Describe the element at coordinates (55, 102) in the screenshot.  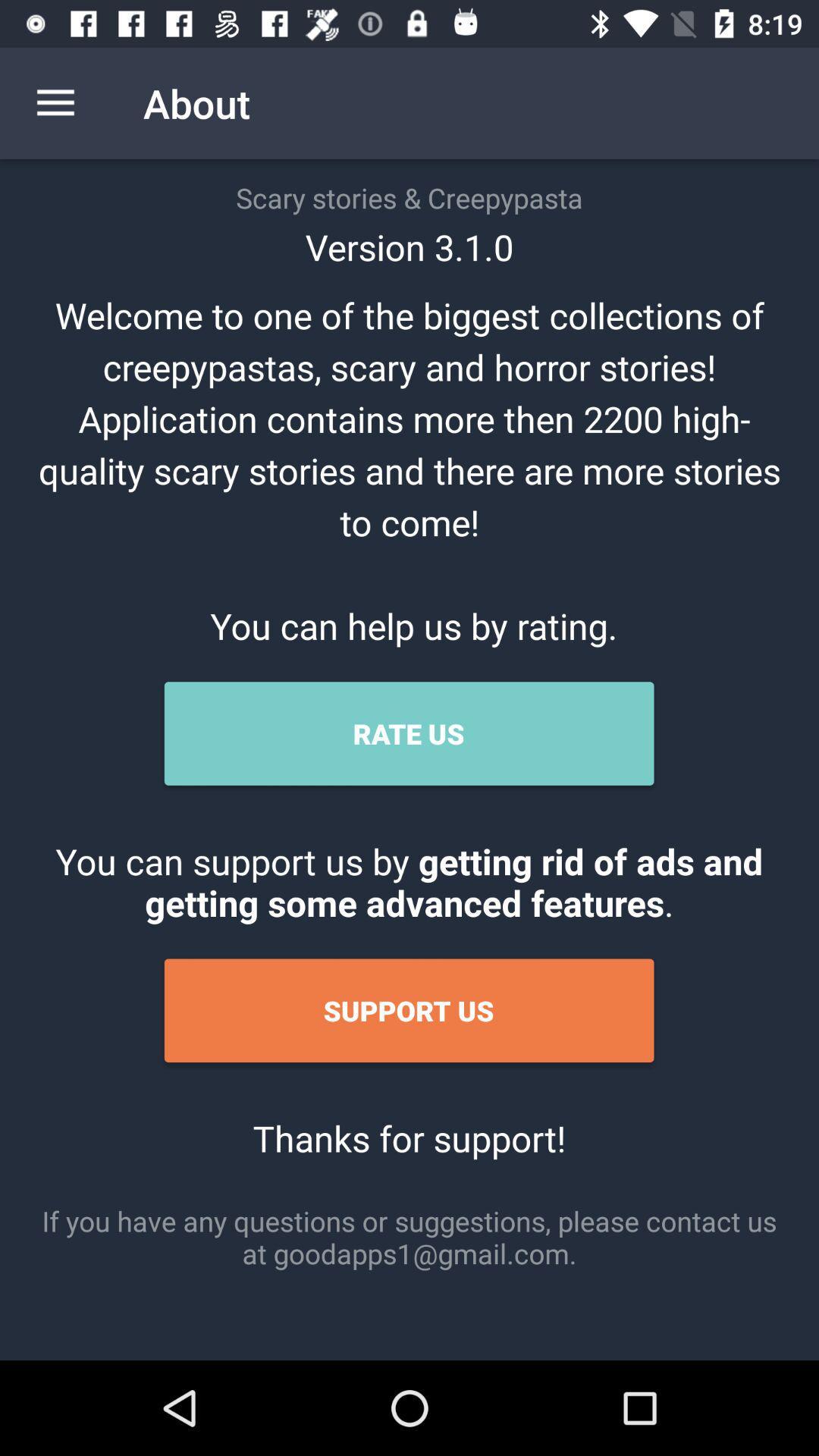
I see `item next to about icon` at that location.